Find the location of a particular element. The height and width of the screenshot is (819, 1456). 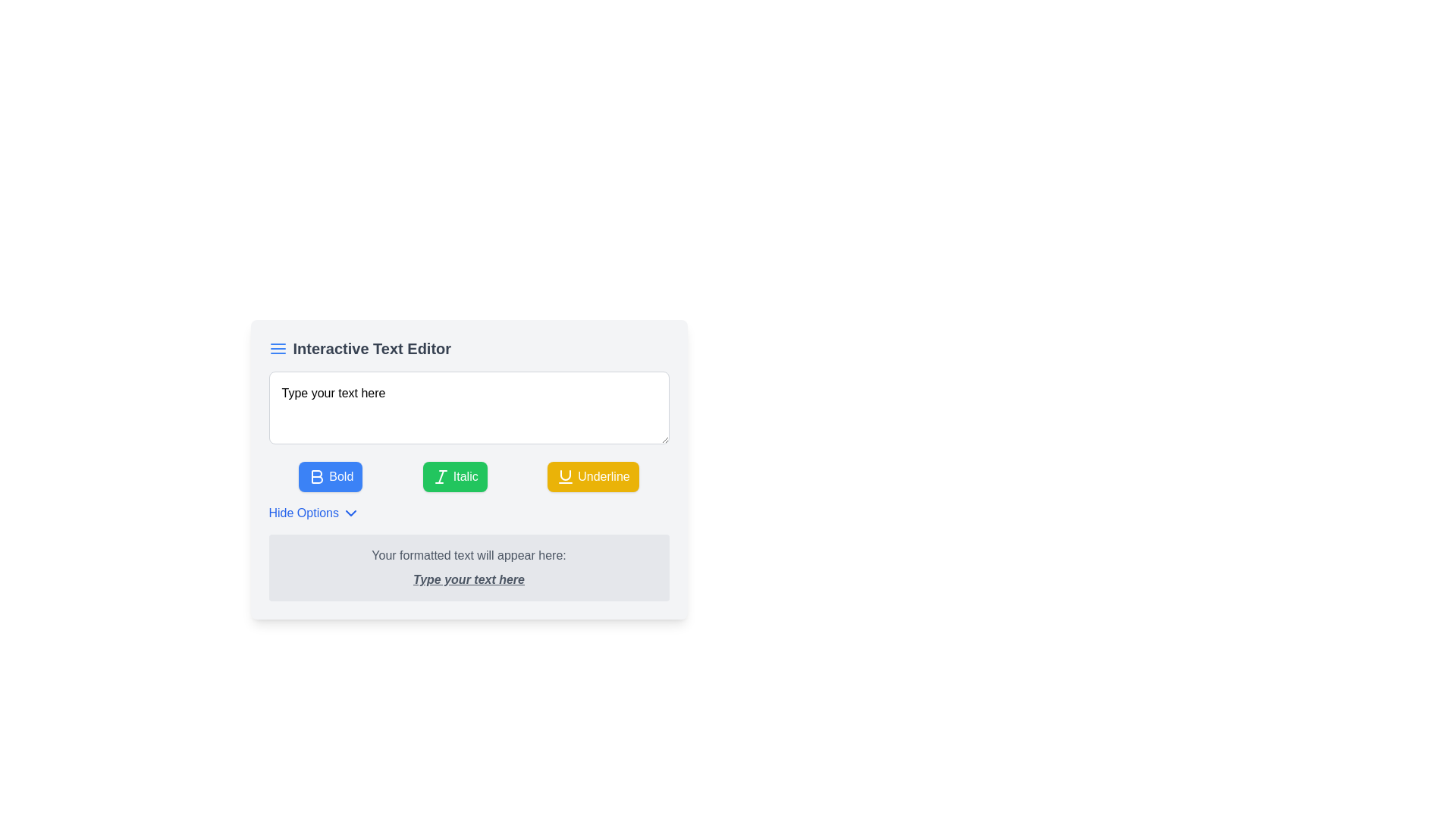

the underline formatting button located in the lower section of the interface, positioned to the right of the Bold and Italic buttons is located at coordinates (592, 475).